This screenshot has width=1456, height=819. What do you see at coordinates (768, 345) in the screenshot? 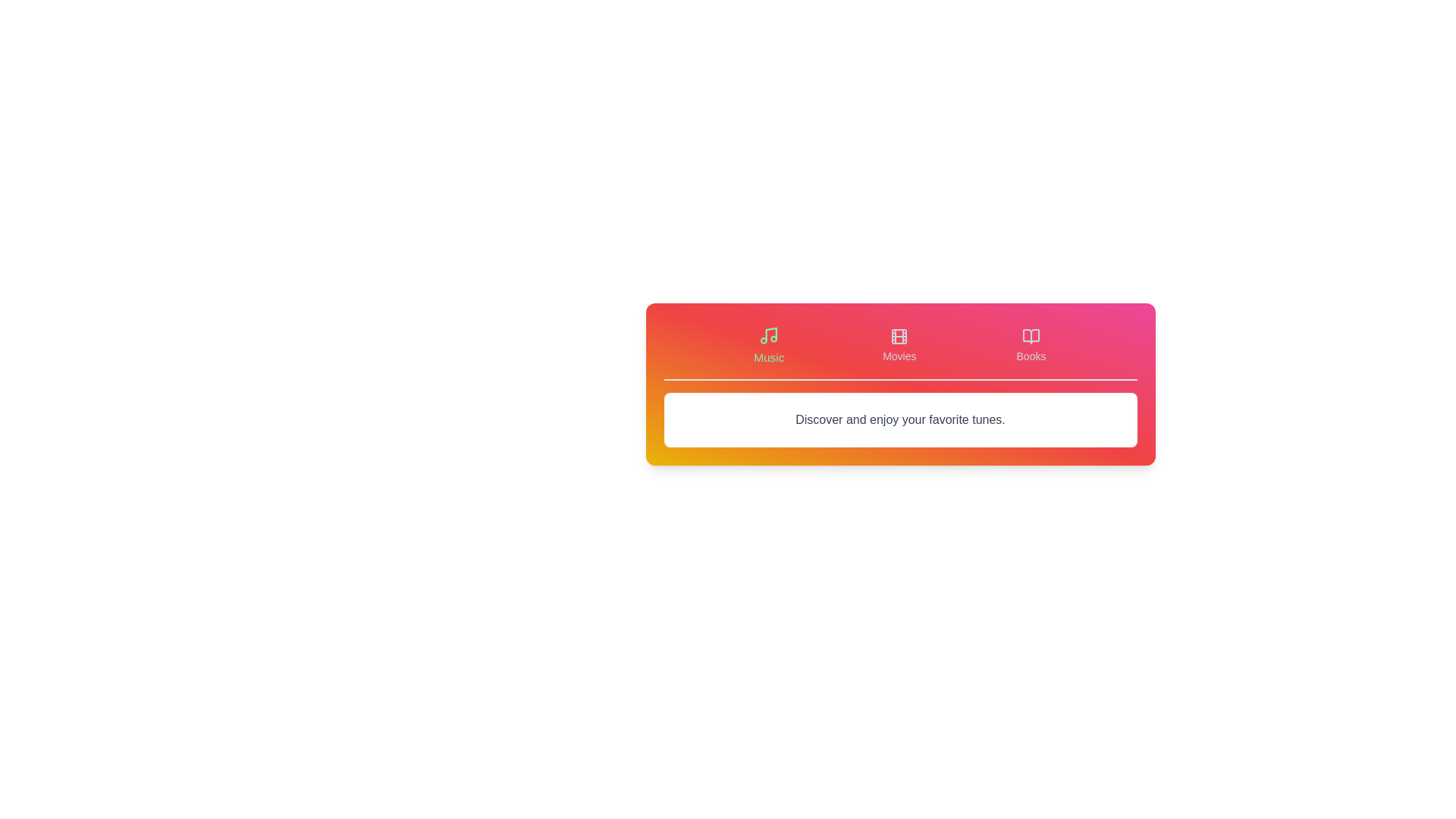
I see `the Music tab to observe its hover effect` at bounding box center [768, 345].